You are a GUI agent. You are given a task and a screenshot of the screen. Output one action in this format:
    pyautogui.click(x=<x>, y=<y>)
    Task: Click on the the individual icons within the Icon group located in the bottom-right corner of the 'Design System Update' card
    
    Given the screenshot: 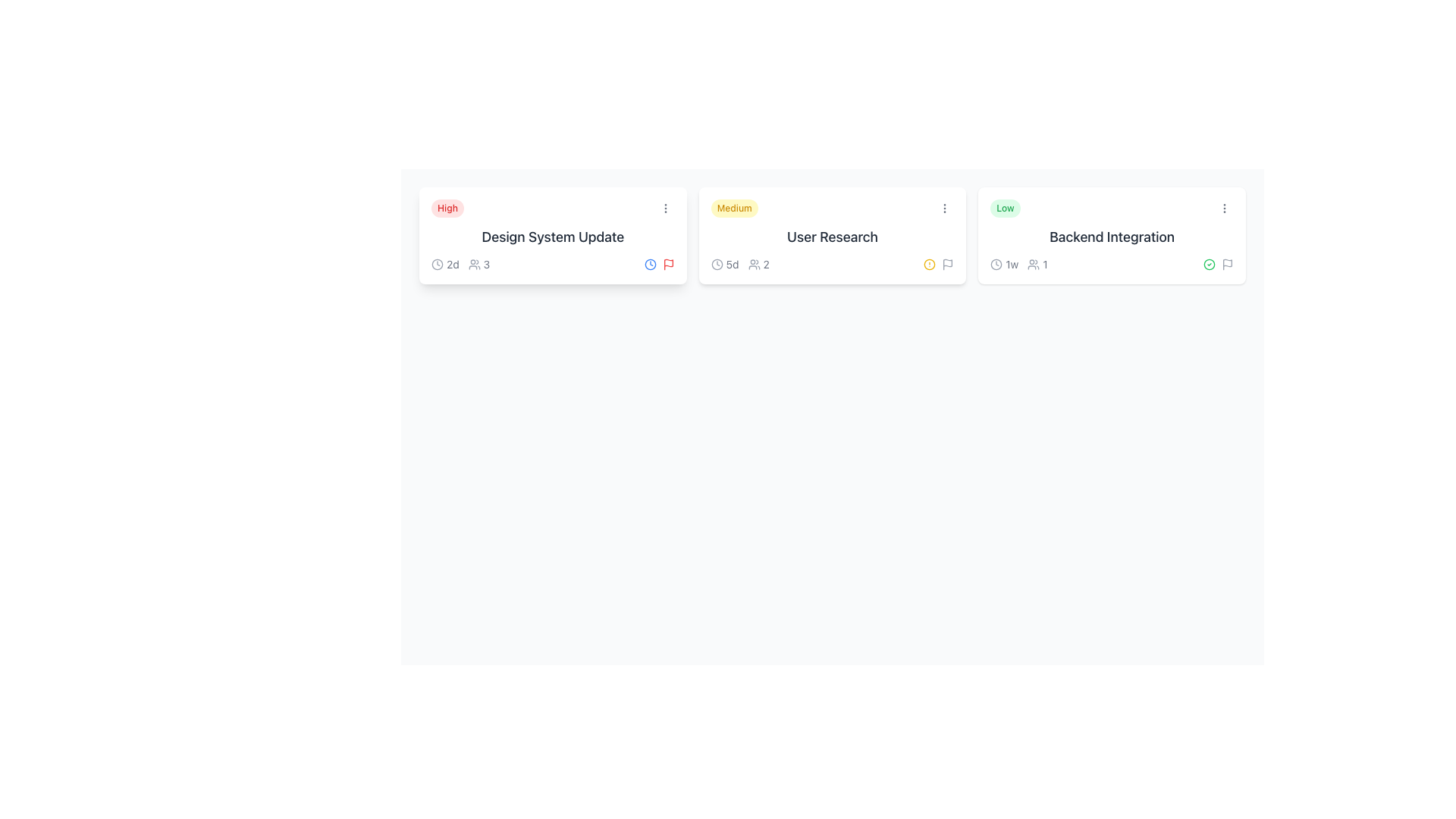 What is the action you would take?
    pyautogui.click(x=659, y=263)
    